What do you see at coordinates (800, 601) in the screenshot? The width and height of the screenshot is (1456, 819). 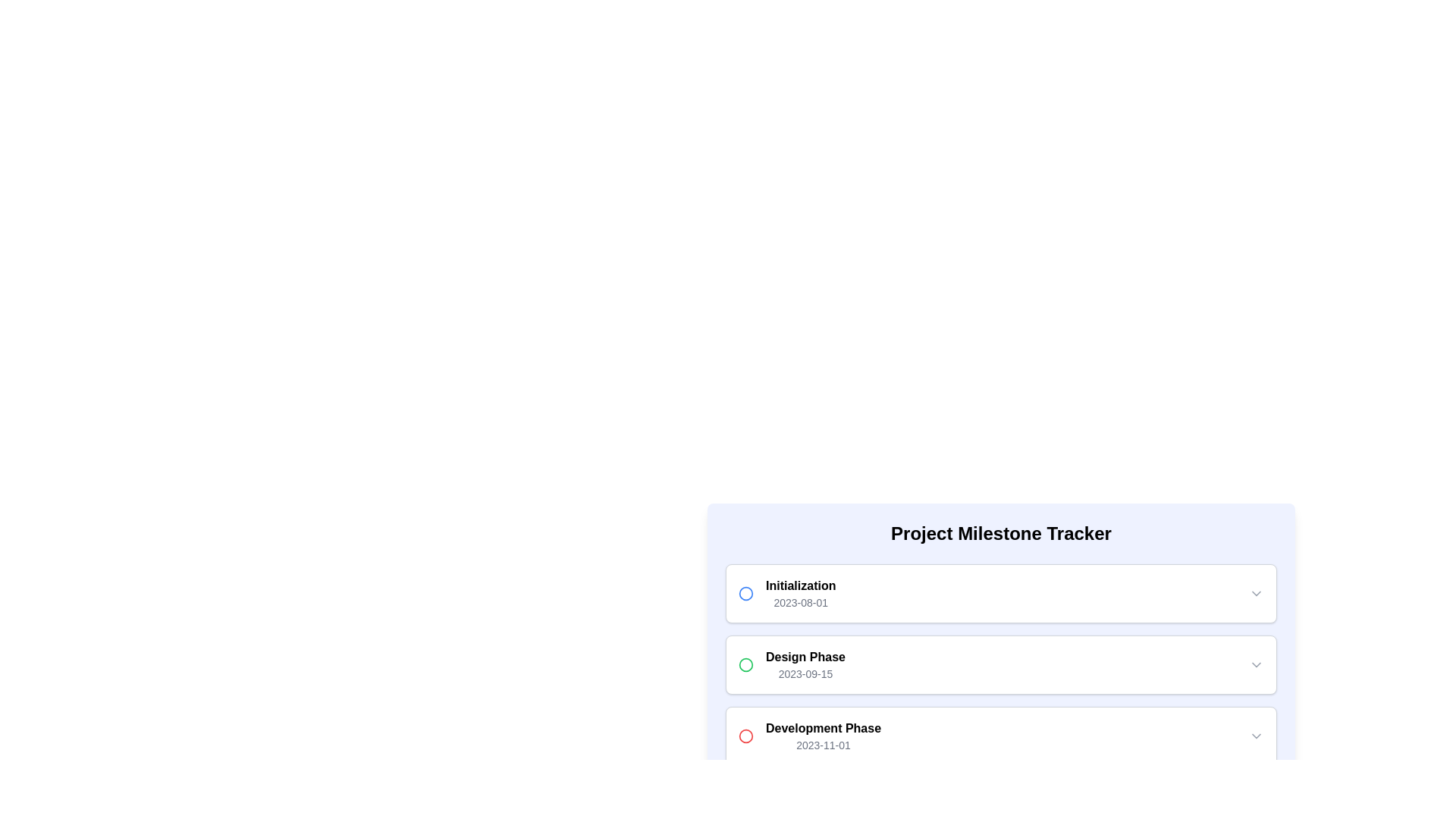 I see `the text label displaying the date '2023-08-01', which is styled in a smaller gray font and located beneath the 'Initialization' label in the top-left area of the Project Milestone Tracker interface` at bounding box center [800, 601].